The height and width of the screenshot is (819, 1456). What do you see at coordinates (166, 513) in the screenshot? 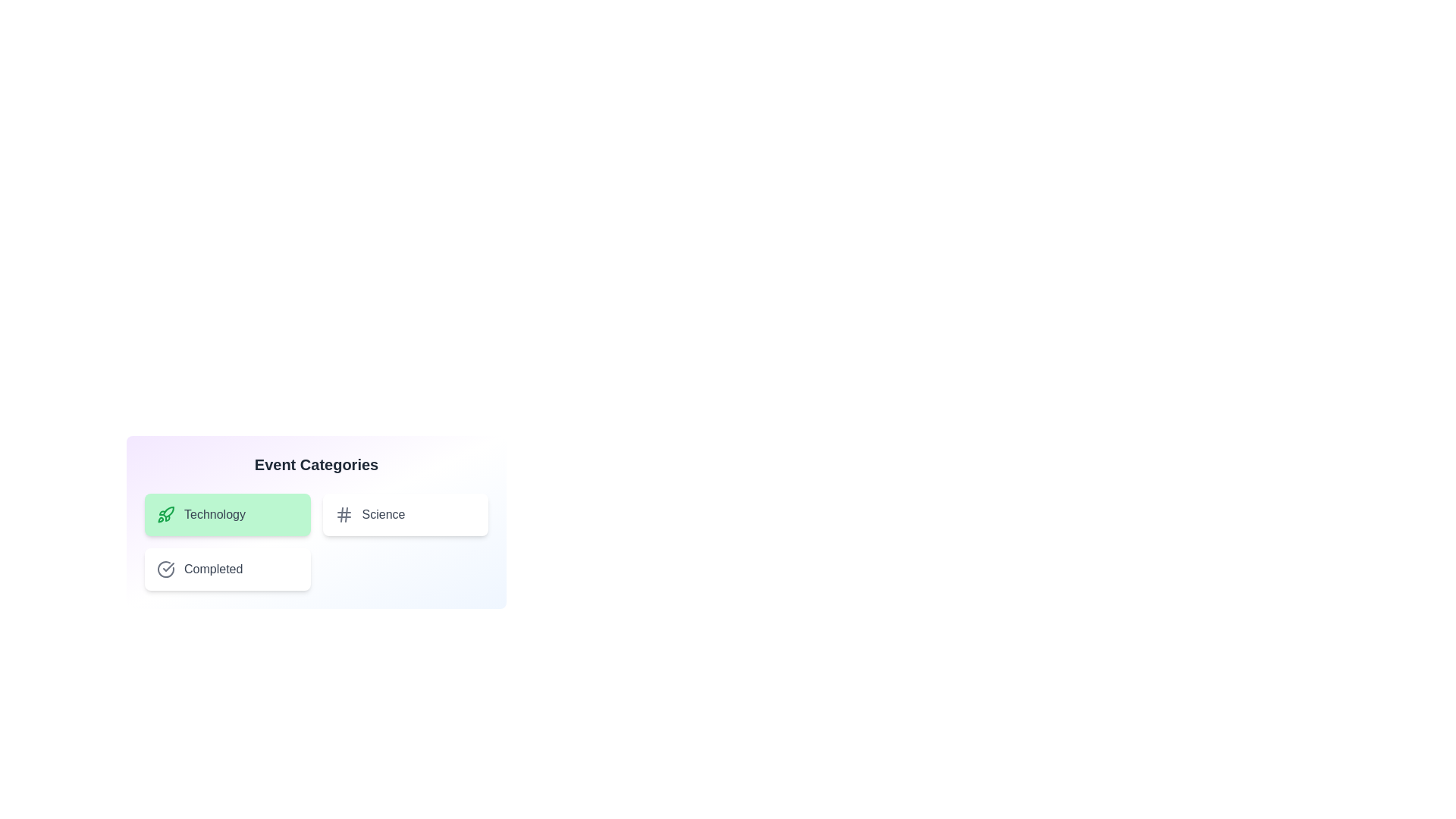
I see `the category 'Technology' by clicking its icon` at bounding box center [166, 513].